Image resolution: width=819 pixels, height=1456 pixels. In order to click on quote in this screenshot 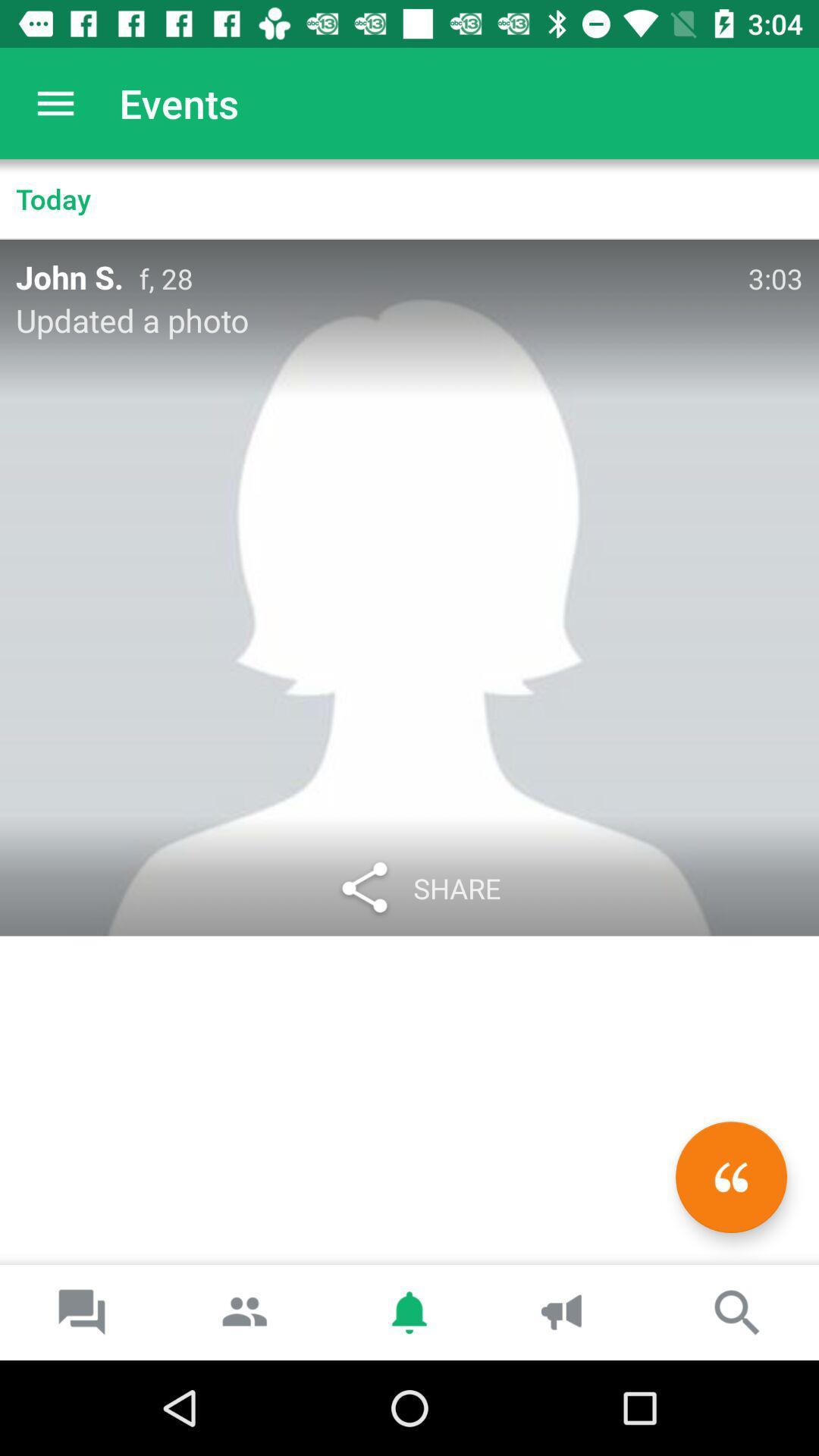, I will do `click(730, 1176)`.